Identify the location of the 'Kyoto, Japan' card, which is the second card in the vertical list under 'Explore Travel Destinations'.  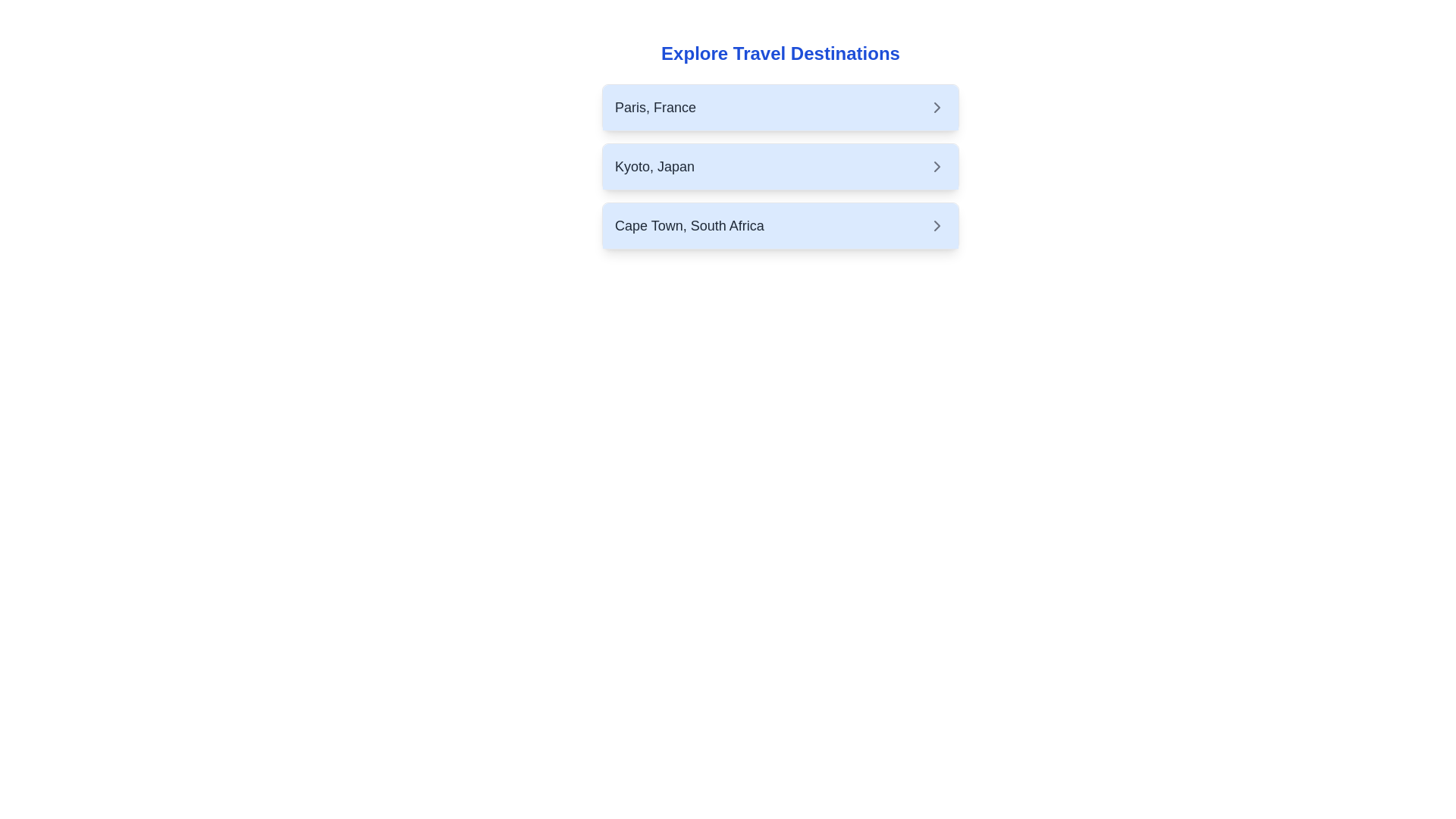
(780, 166).